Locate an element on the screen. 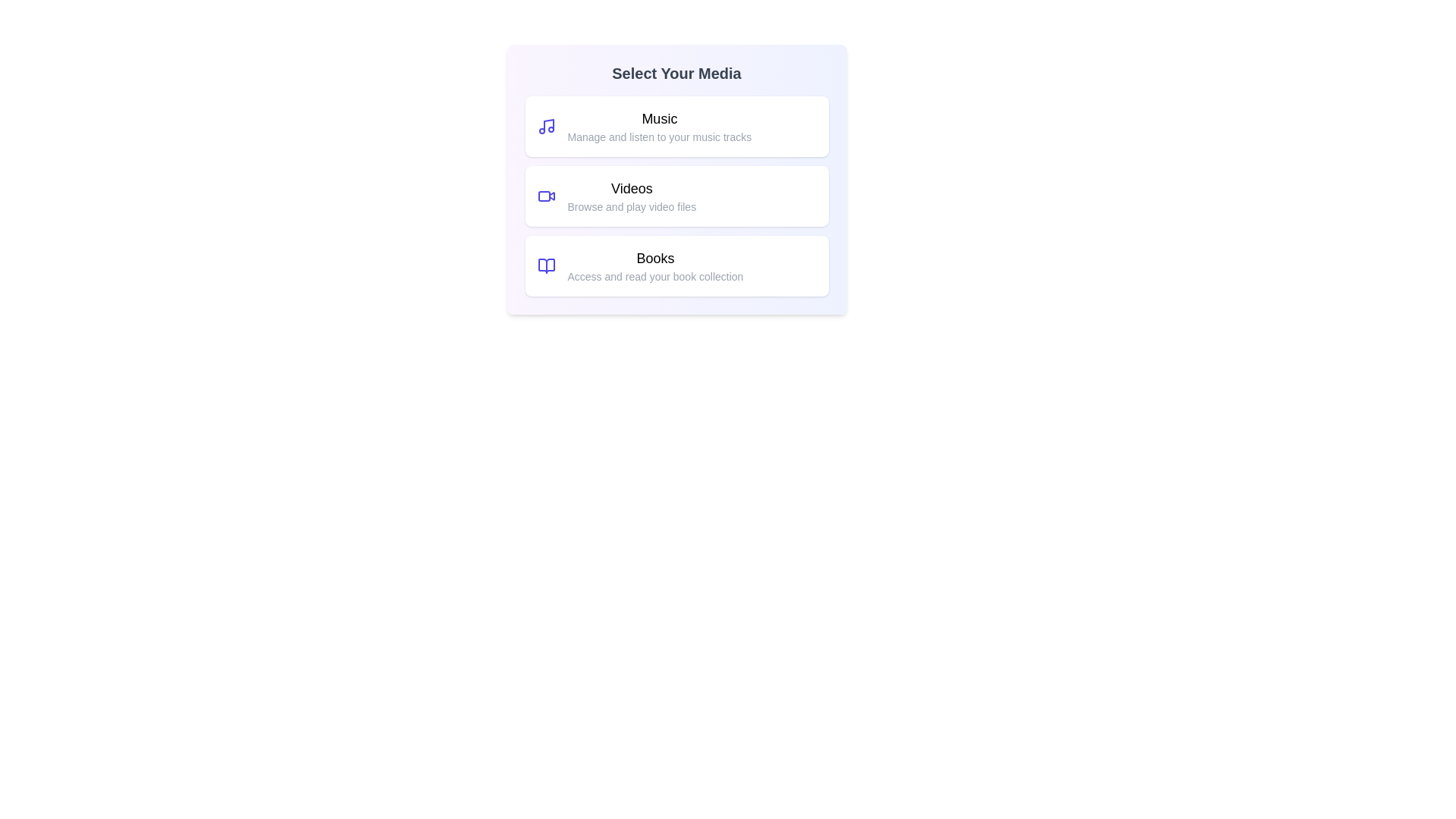 The width and height of the screenshot is (1456, 819). the media option Books to see the hover effect is located at coordinates (676, 265).